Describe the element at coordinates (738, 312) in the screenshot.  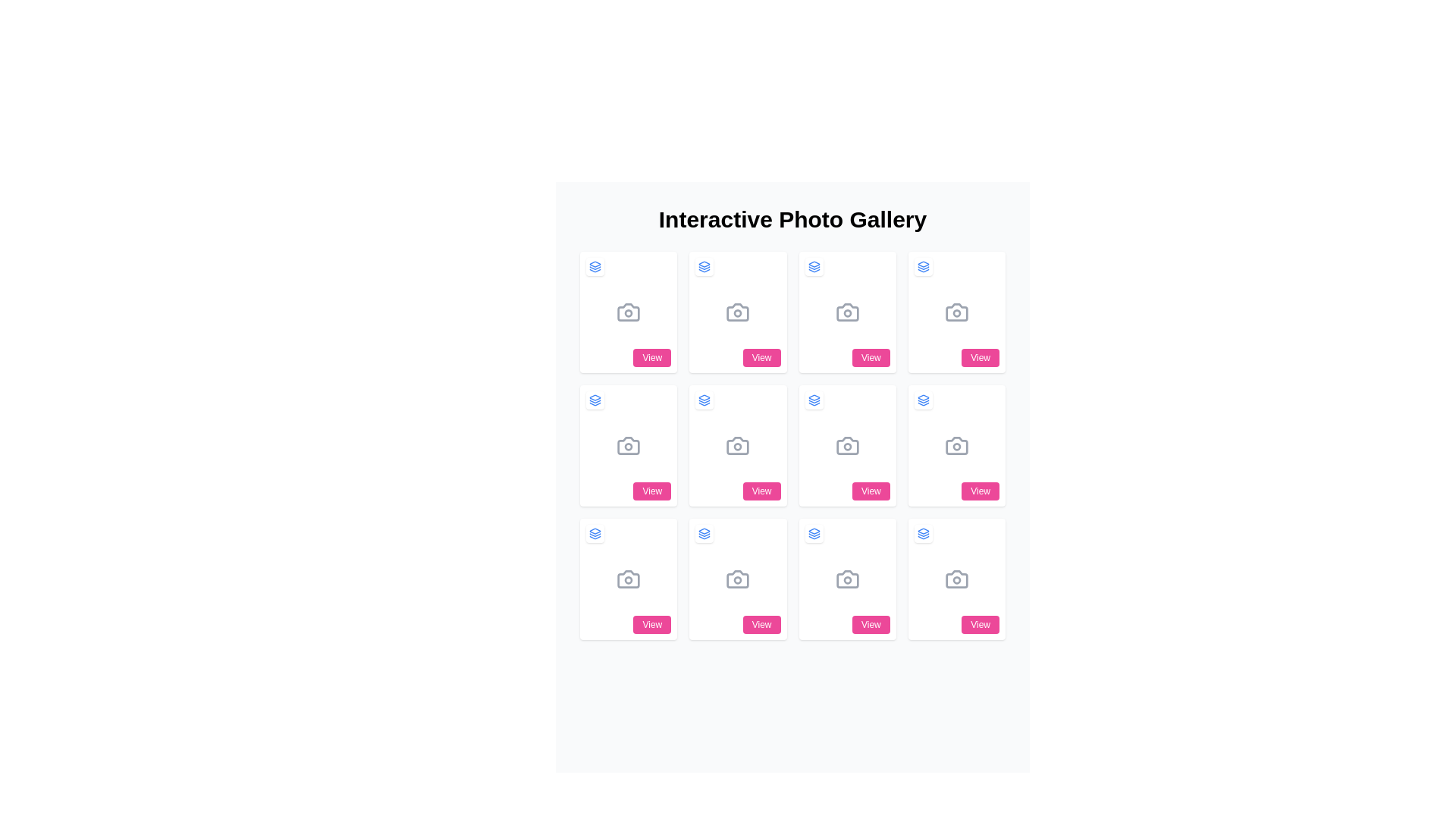
I see `the 'View' button with a pink background and white text, located at the bottom-right corner of the second item in the first row of the 'Interactive Photo Gallery' grid` at that location.